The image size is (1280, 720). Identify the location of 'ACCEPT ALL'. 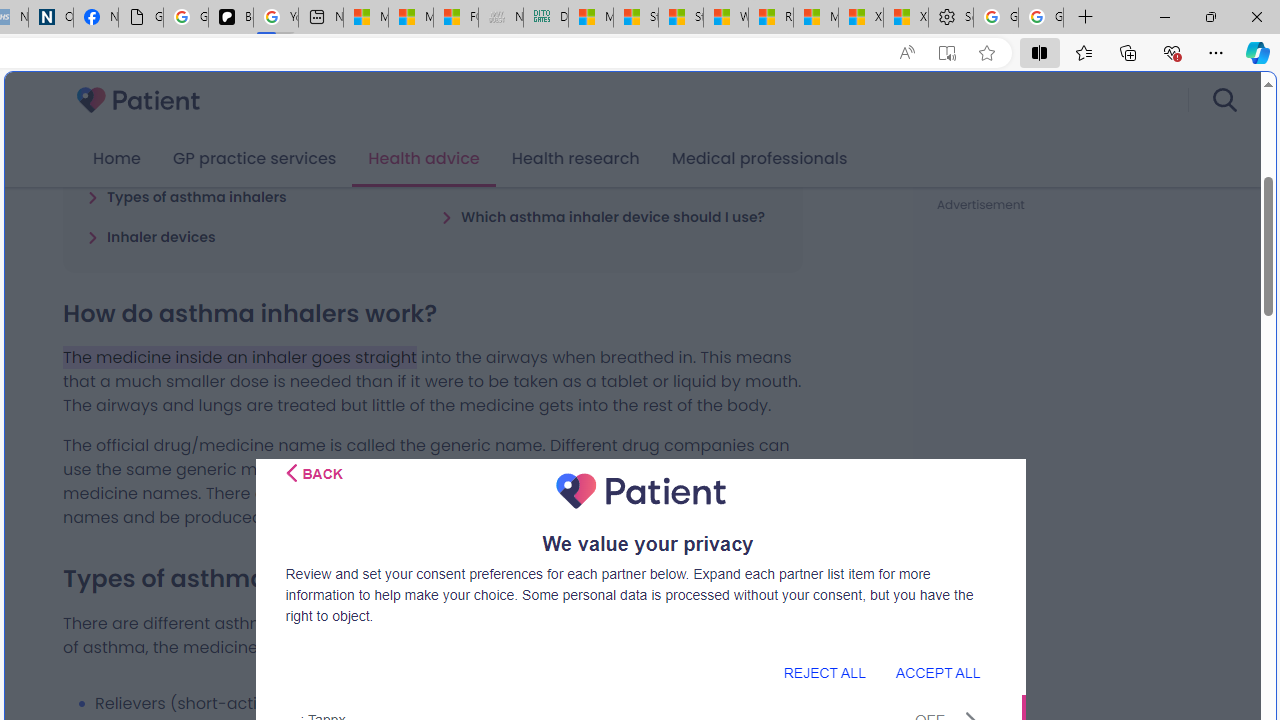
(936, 672).